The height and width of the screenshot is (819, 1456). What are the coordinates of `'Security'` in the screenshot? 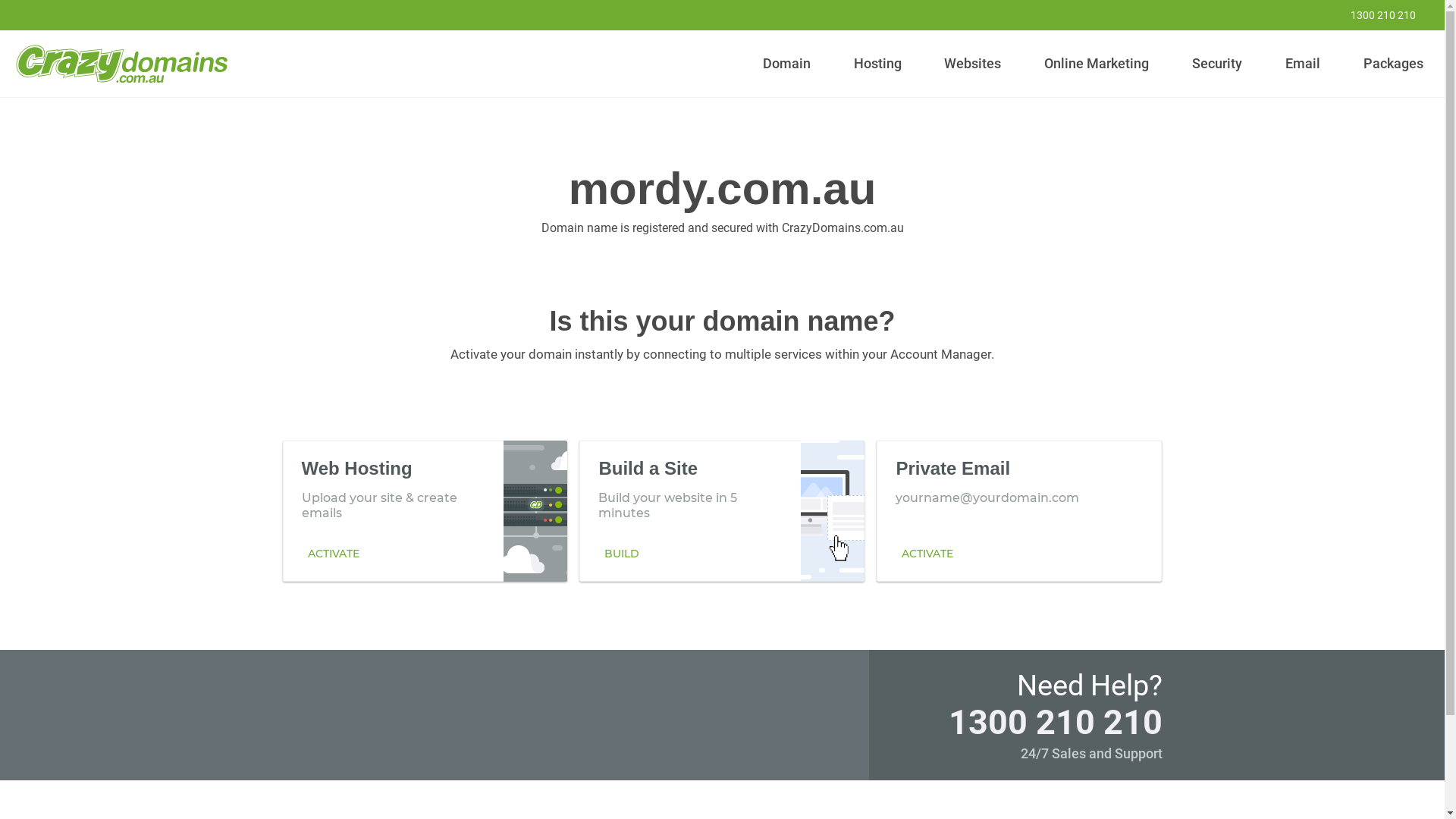 It's located at (1185, 63).